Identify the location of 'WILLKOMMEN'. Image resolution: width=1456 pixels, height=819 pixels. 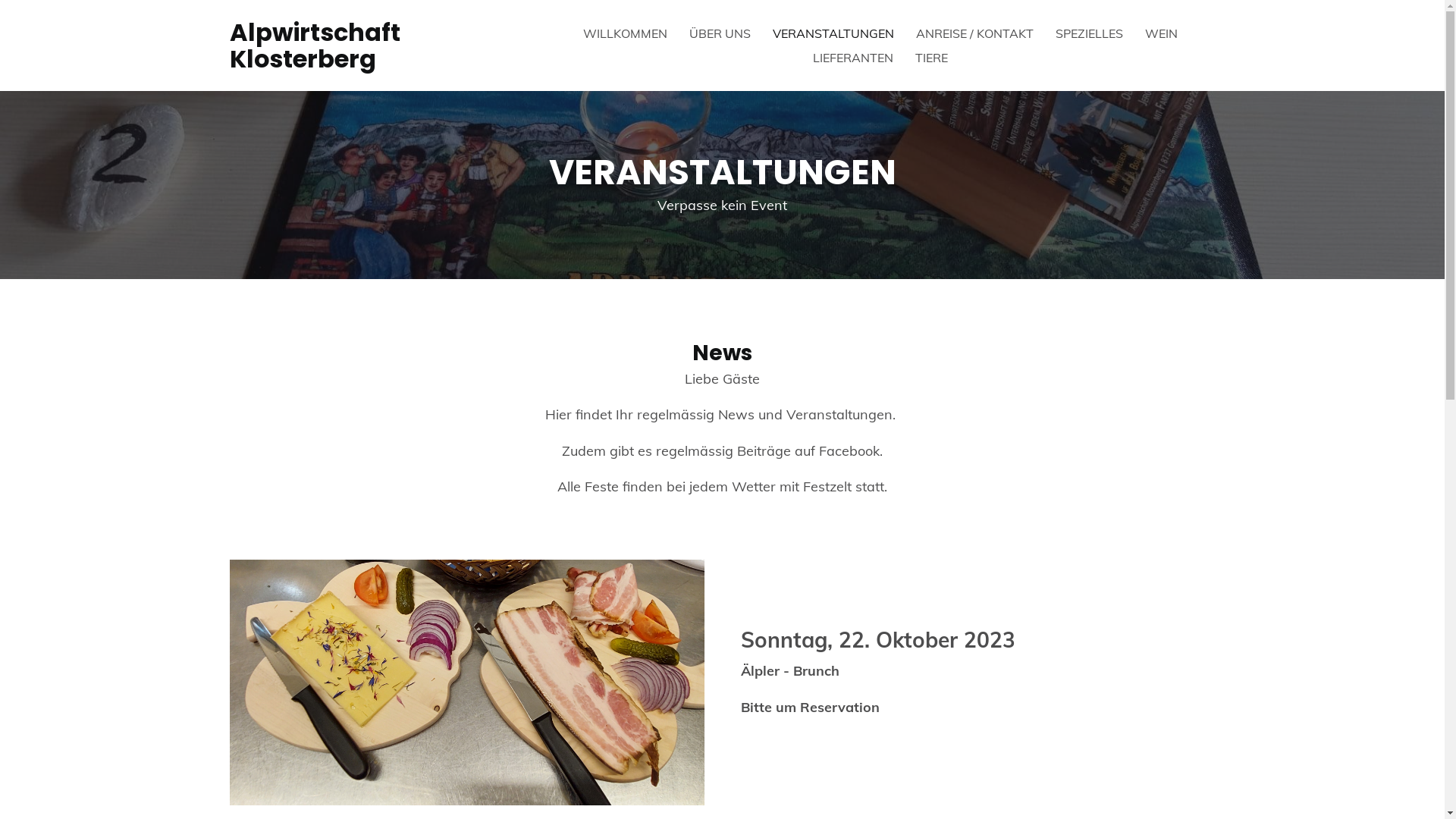
(625, 33).